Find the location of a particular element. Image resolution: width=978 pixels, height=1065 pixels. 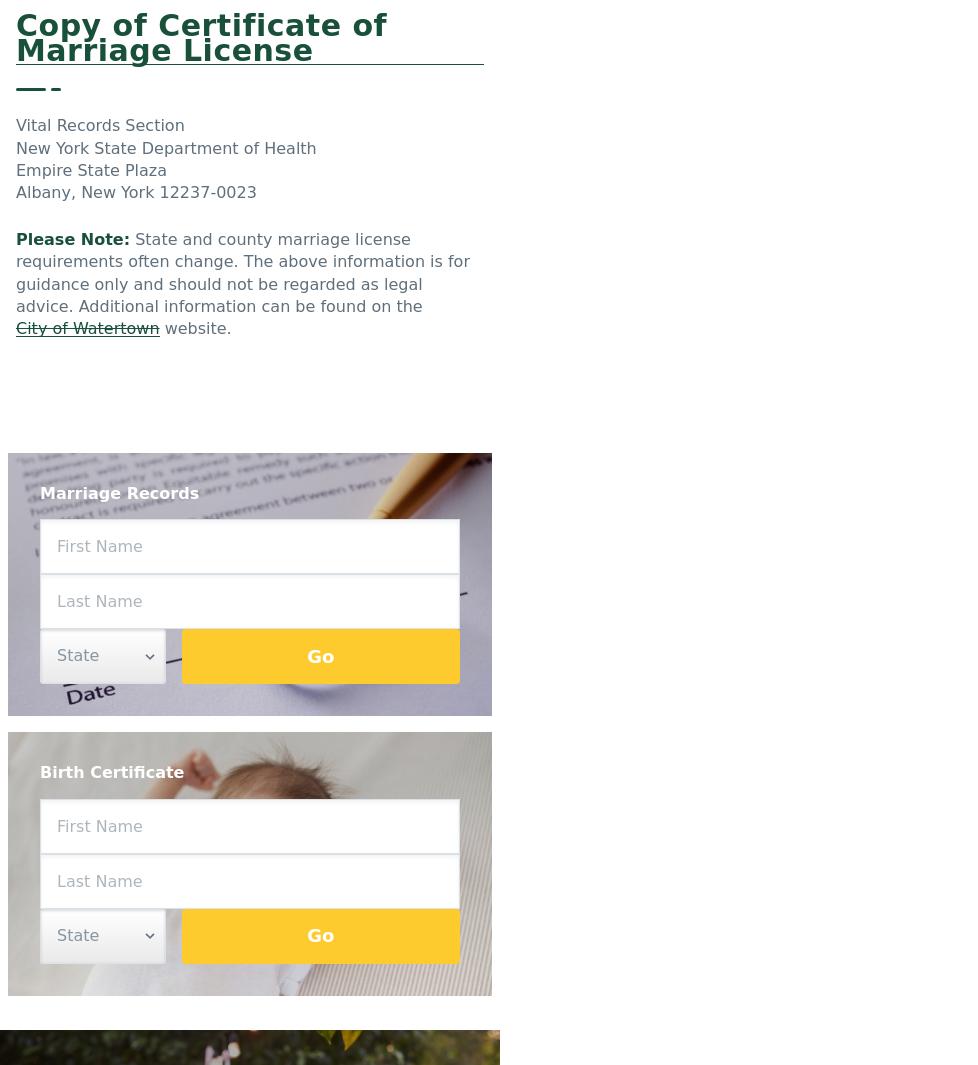

'Copy of Certificate of Marriage License' is located at coordinates (201, 36).